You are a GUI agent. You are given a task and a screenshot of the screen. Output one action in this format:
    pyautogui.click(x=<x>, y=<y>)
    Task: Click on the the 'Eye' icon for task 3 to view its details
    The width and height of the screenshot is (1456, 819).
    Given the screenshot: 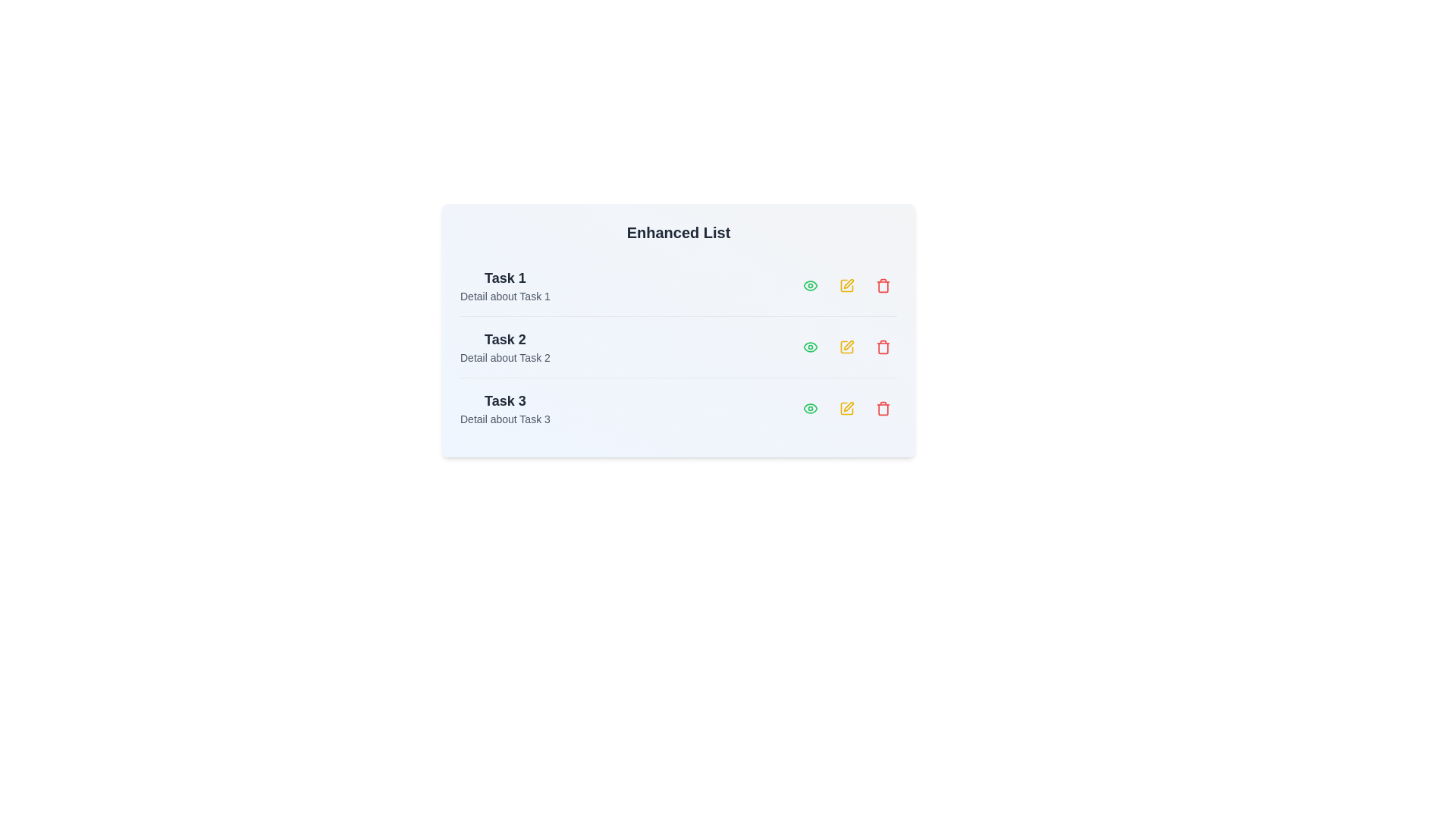 What is the action you would take?
    pyautogui.click(x=810, y=408)
    